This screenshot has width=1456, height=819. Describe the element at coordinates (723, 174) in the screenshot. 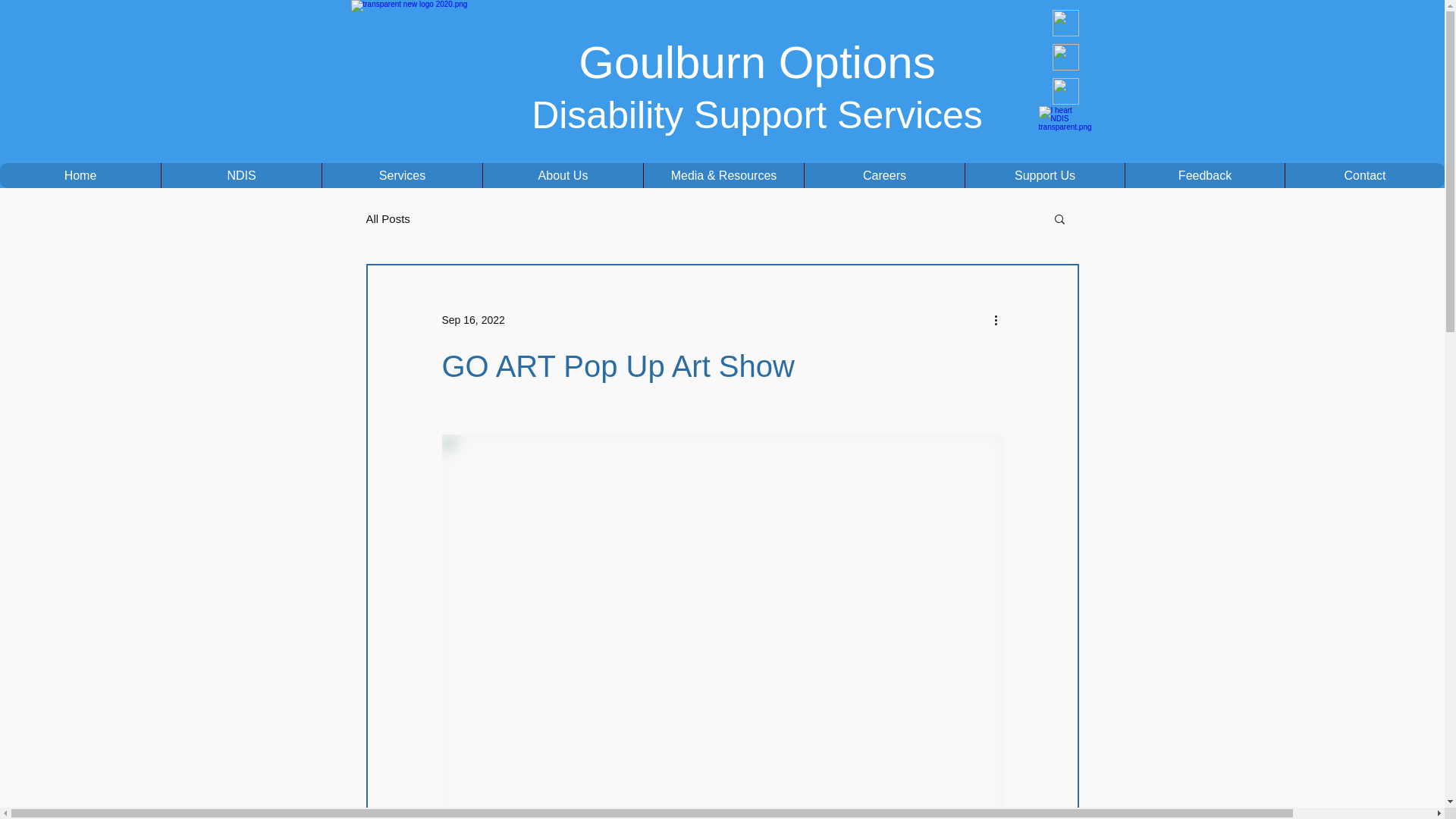

I see `'Media & Resources'` at that location.